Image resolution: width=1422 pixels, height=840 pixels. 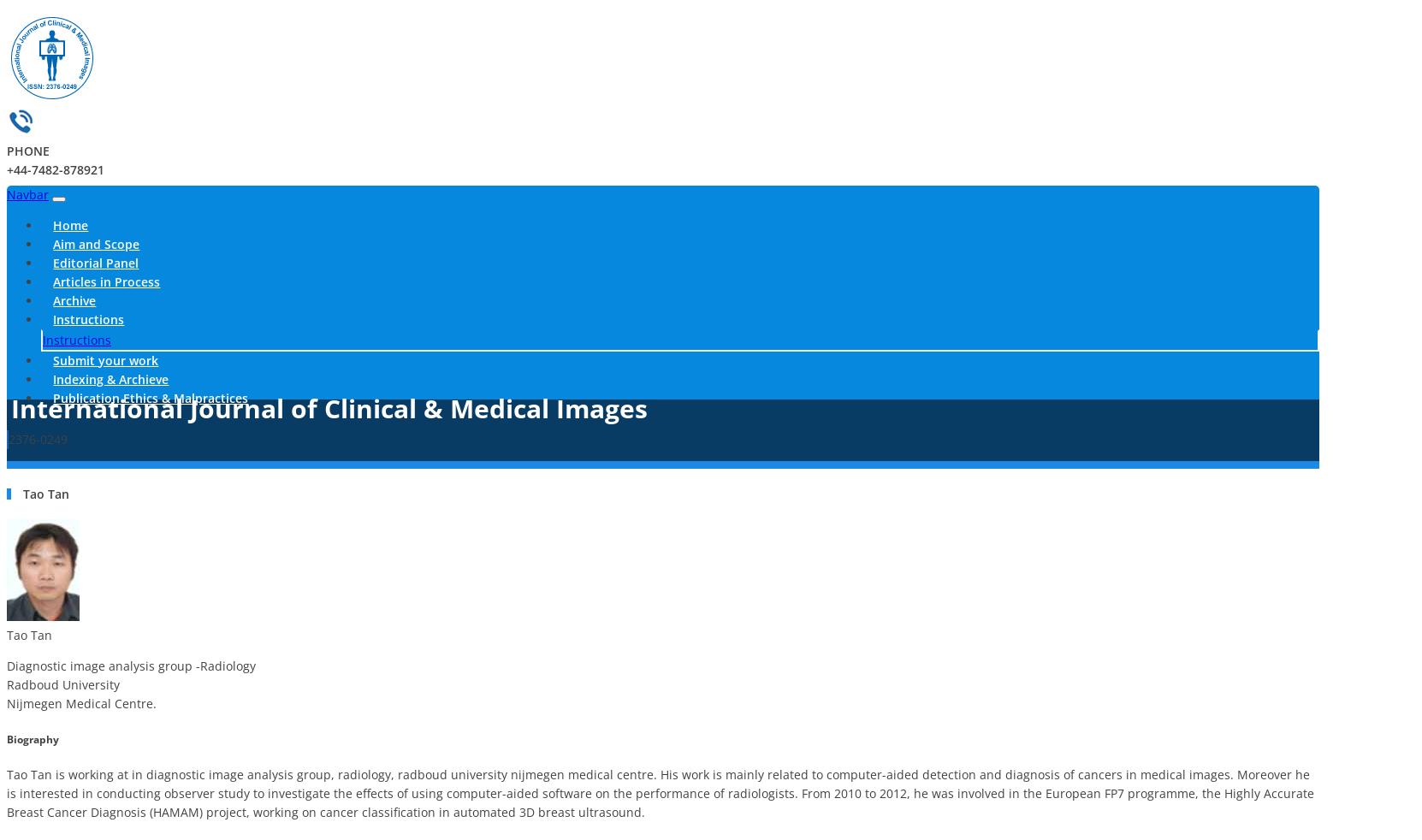 What do you see at coordinates (105, 360) in the screenshot?
I see `'Submit your work'` at bounding box center [105, 360].